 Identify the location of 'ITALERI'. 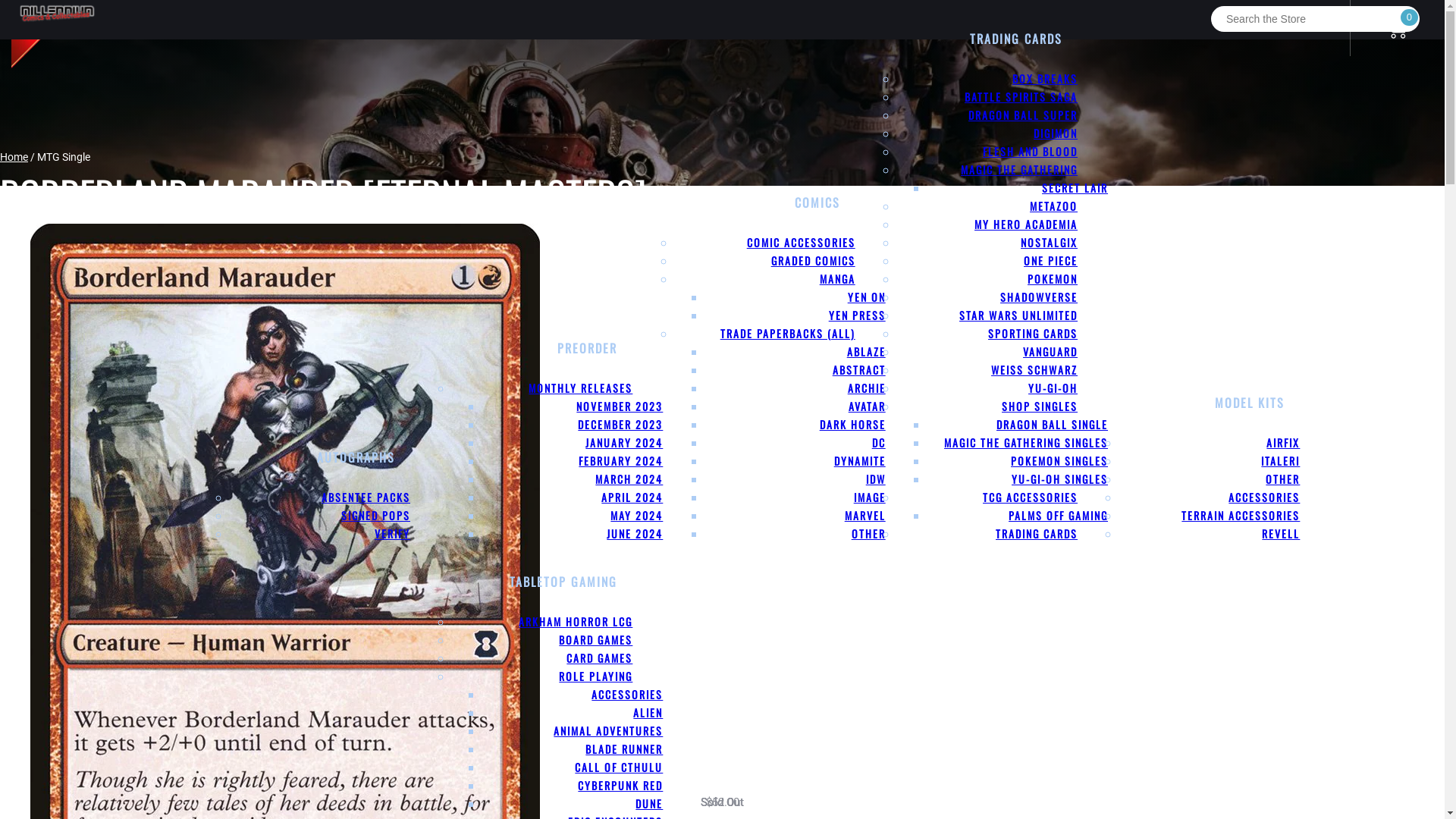
(1260, 460).